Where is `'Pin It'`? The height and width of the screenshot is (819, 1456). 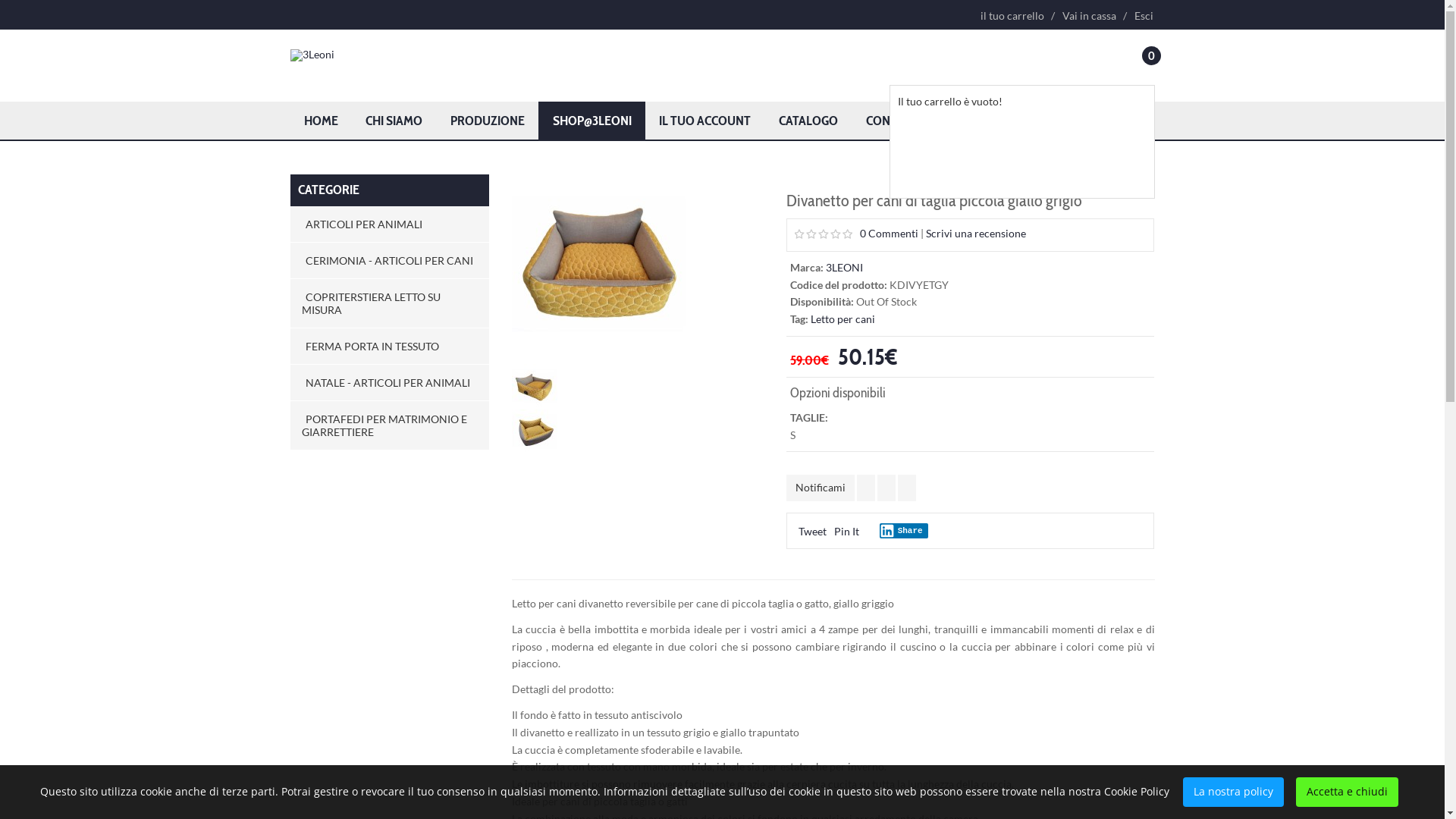 'Pin It' is located at coordinates (846, 530).